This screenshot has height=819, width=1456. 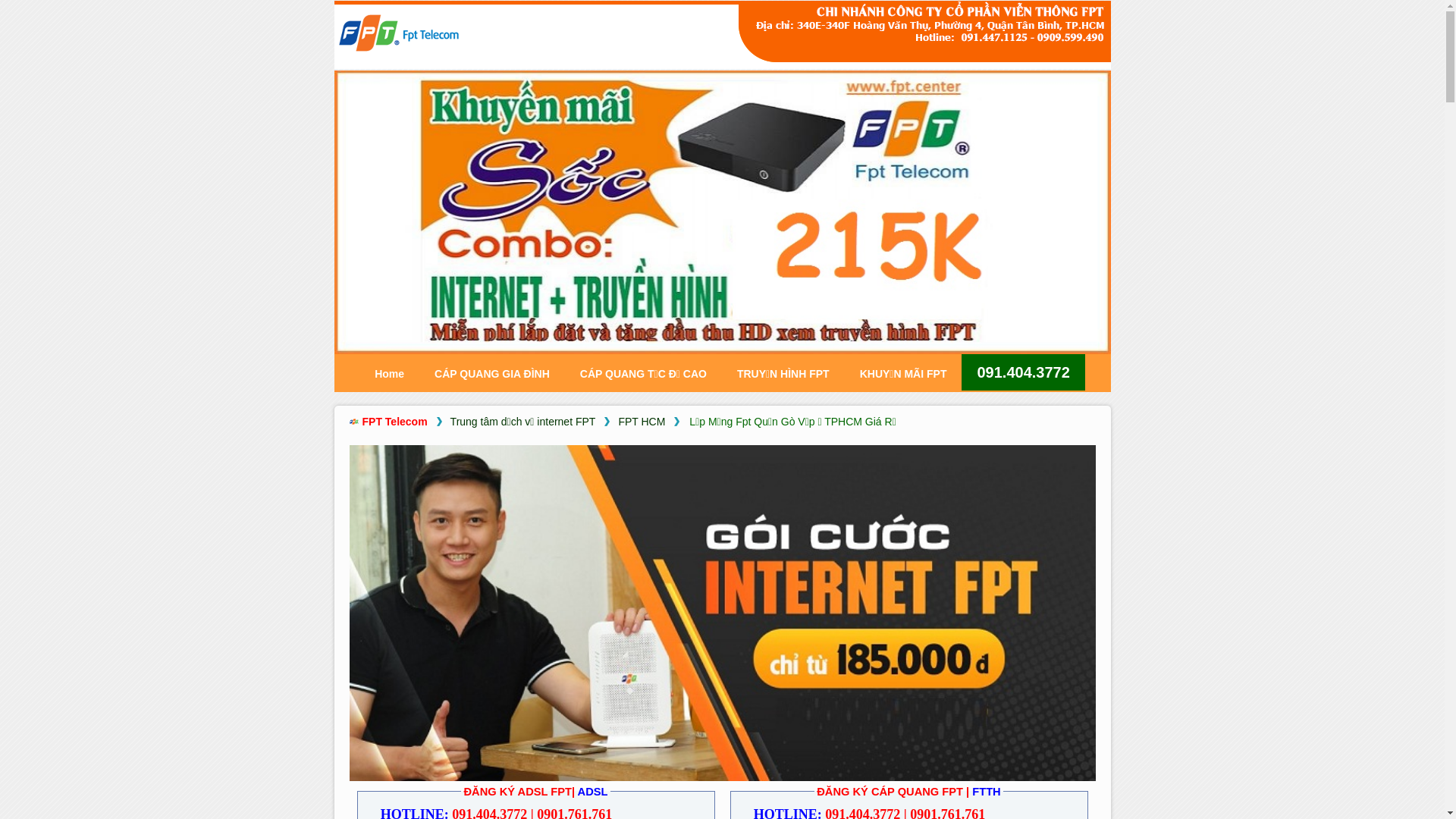 What do you see at coordinates (641, 422) in the screenshot?
I see `'FPT HCM'` at bounding box center [641, 422].